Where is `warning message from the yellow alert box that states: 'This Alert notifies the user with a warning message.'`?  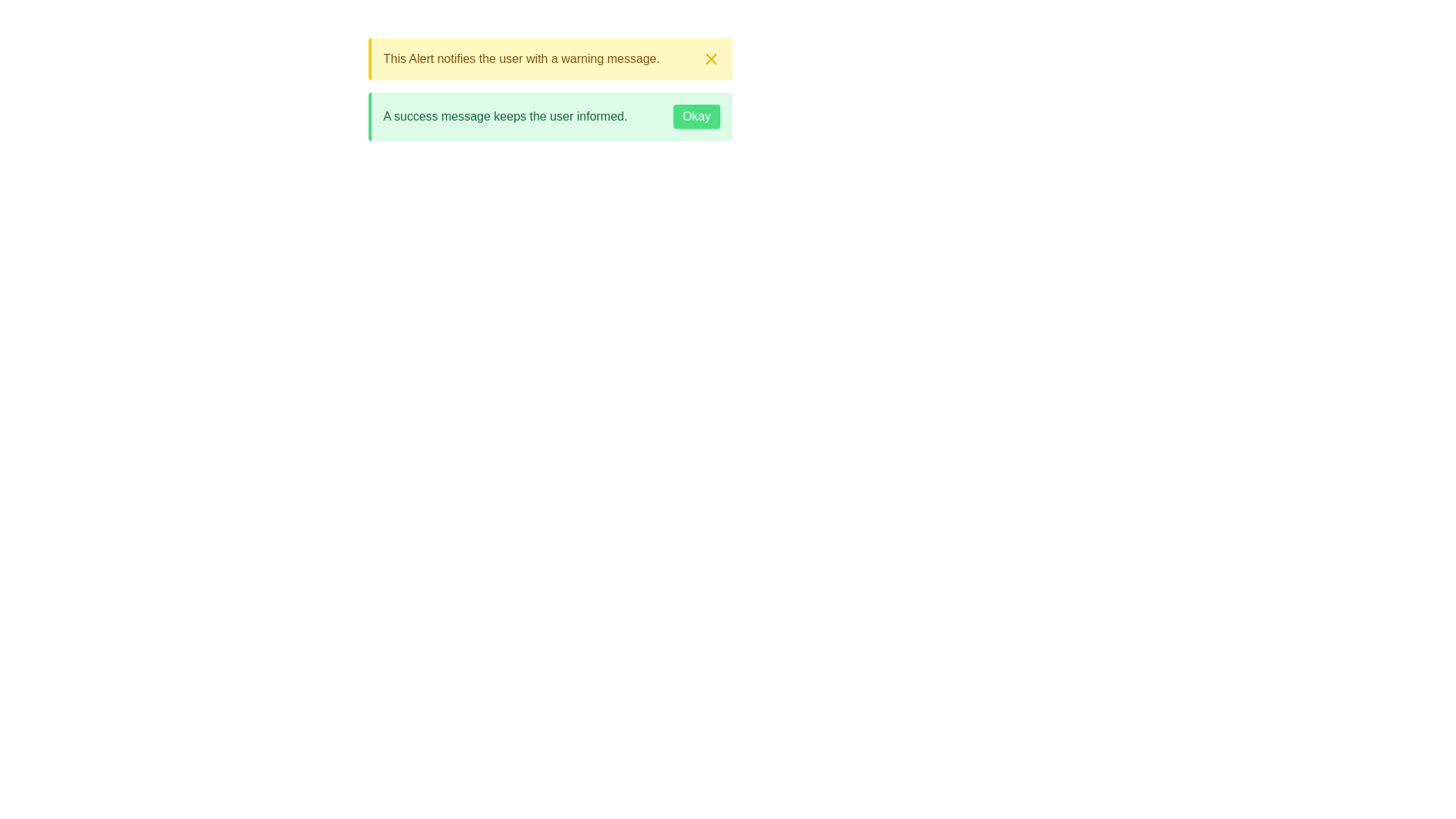 warning message from the yellow alert box that states: 'This Alert notifies the user with a warning message.' is located at coordinates (549, 58).